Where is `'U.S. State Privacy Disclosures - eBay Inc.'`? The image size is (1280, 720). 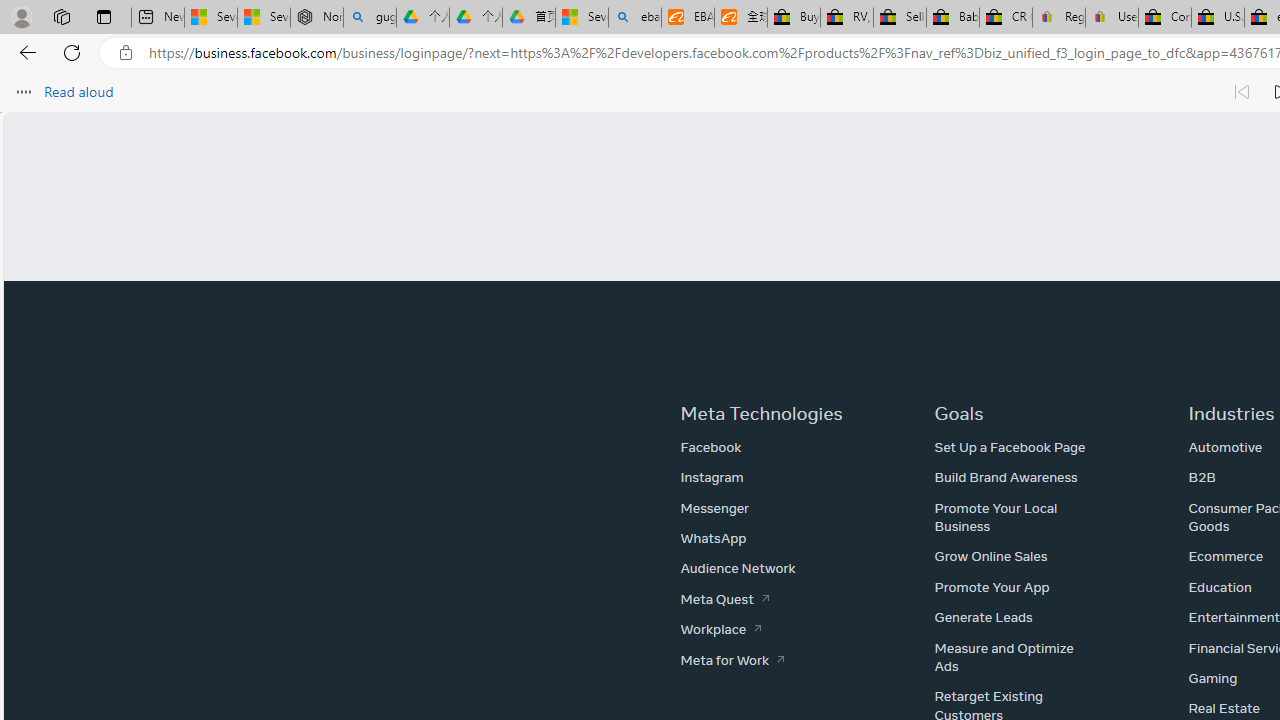
'U.S. State Privacy Disclosures - eBay Inc.' is located at coordinates (1216, 17).